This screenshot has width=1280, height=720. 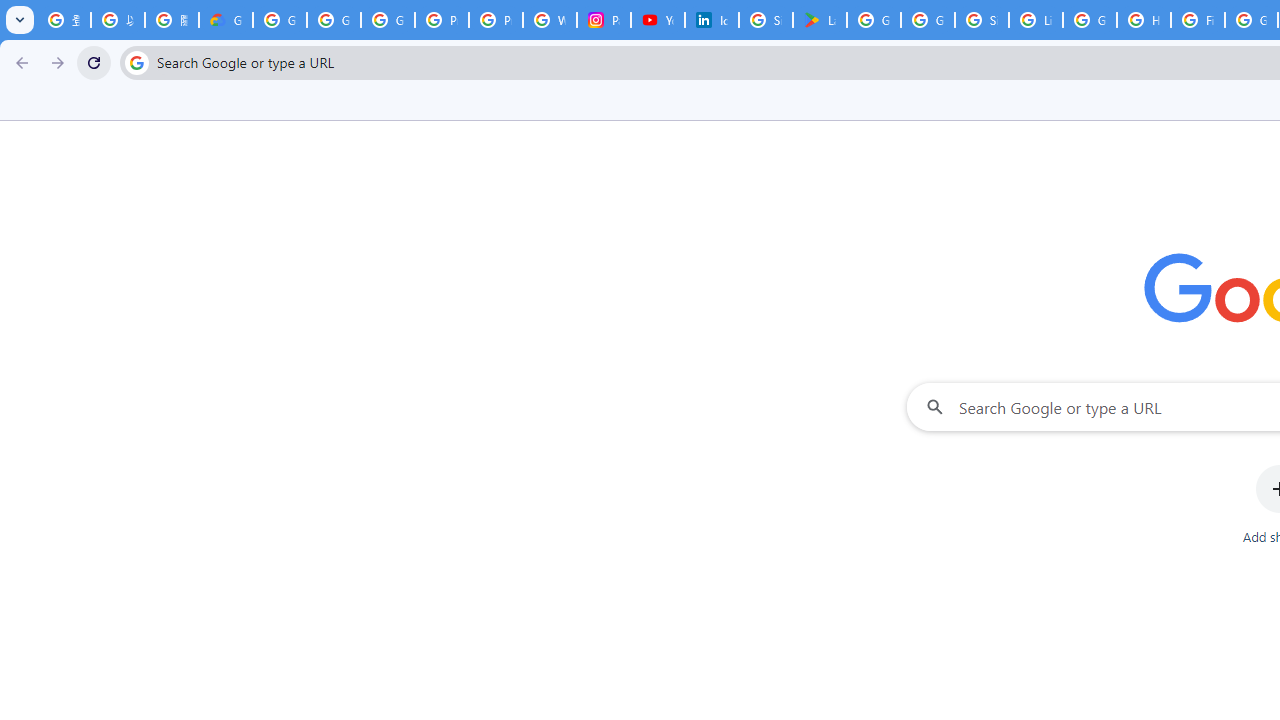 I want to click on 'Google Workspace - Specific Terms', so click(x=927, y=20).